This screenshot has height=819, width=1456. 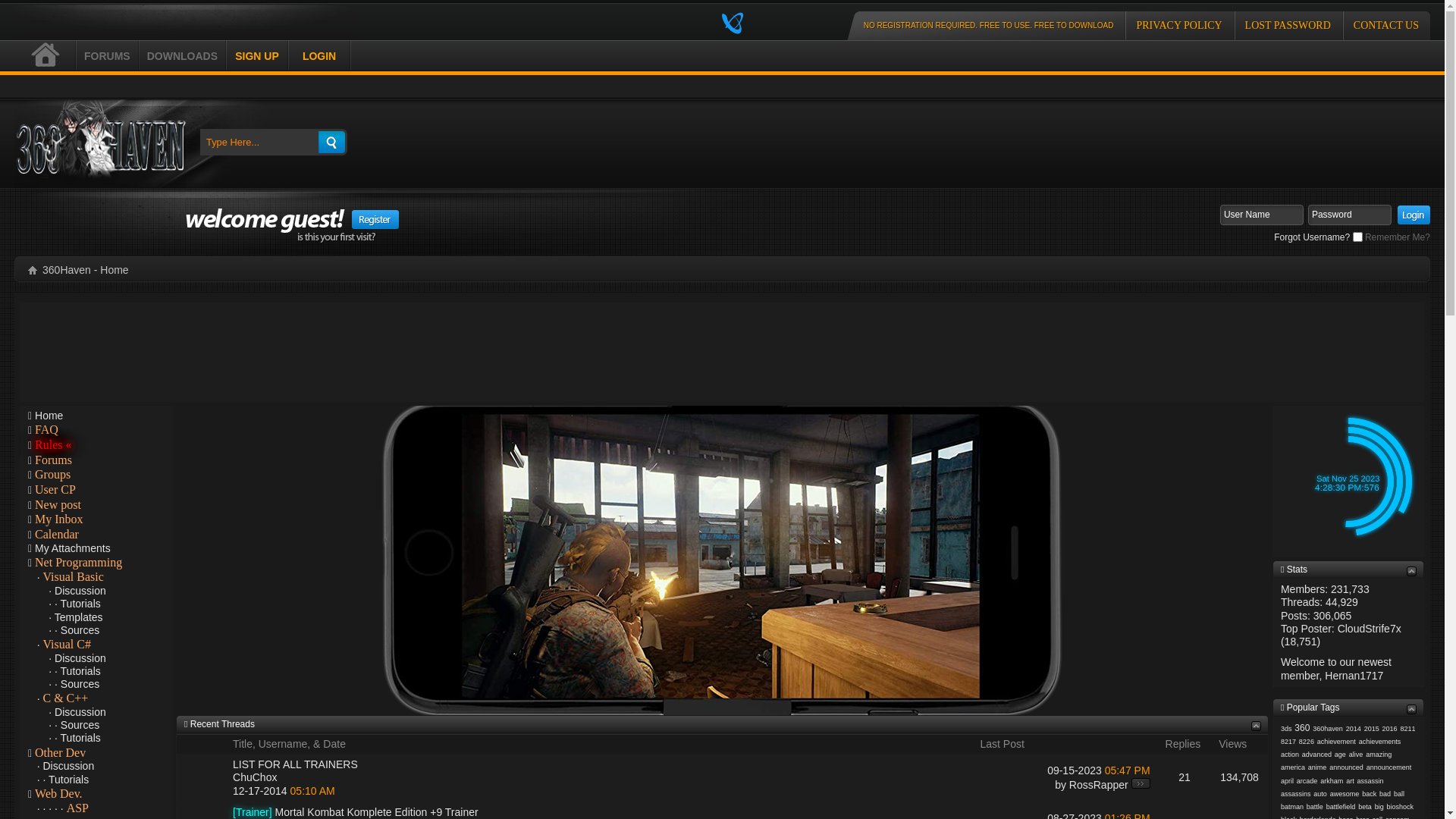 I want to click on 'LIST FOR ALL TRAINERS', so click(x=295, y=764).